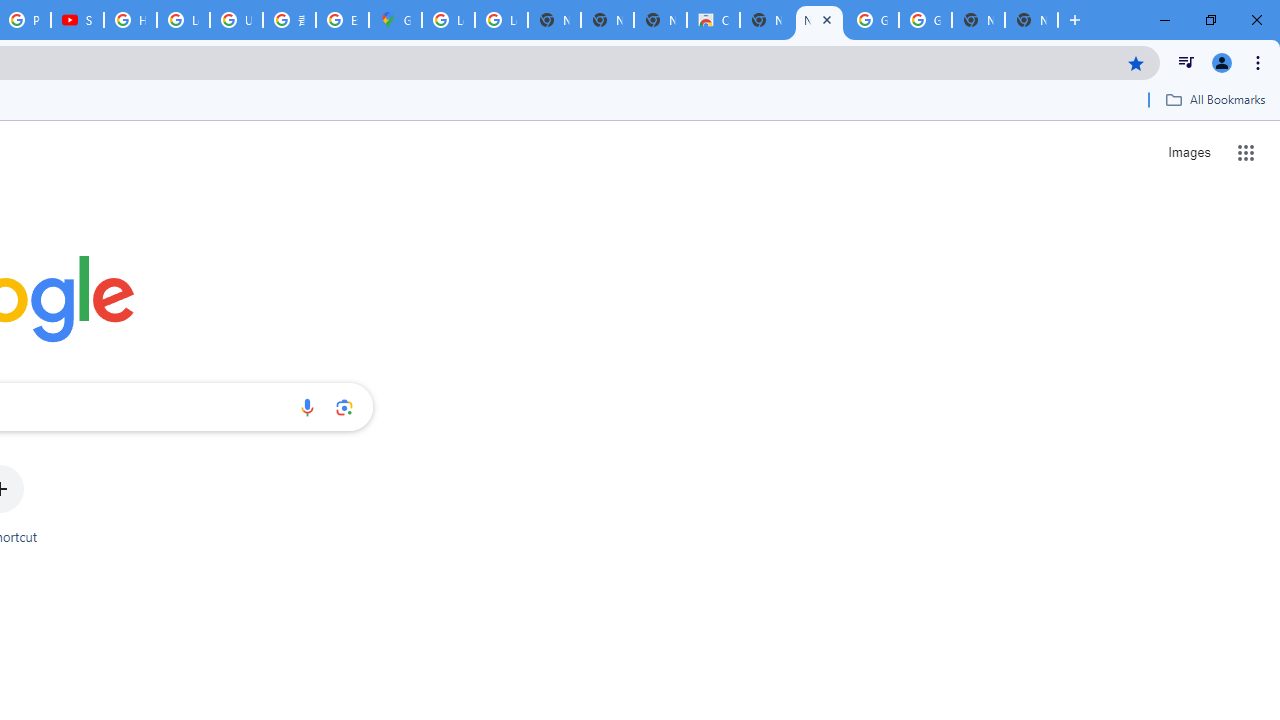 This screenshot has height=720, width=1280. I want to click on 'Explore new street-level details - Google Maps Help', so click(342, 20).